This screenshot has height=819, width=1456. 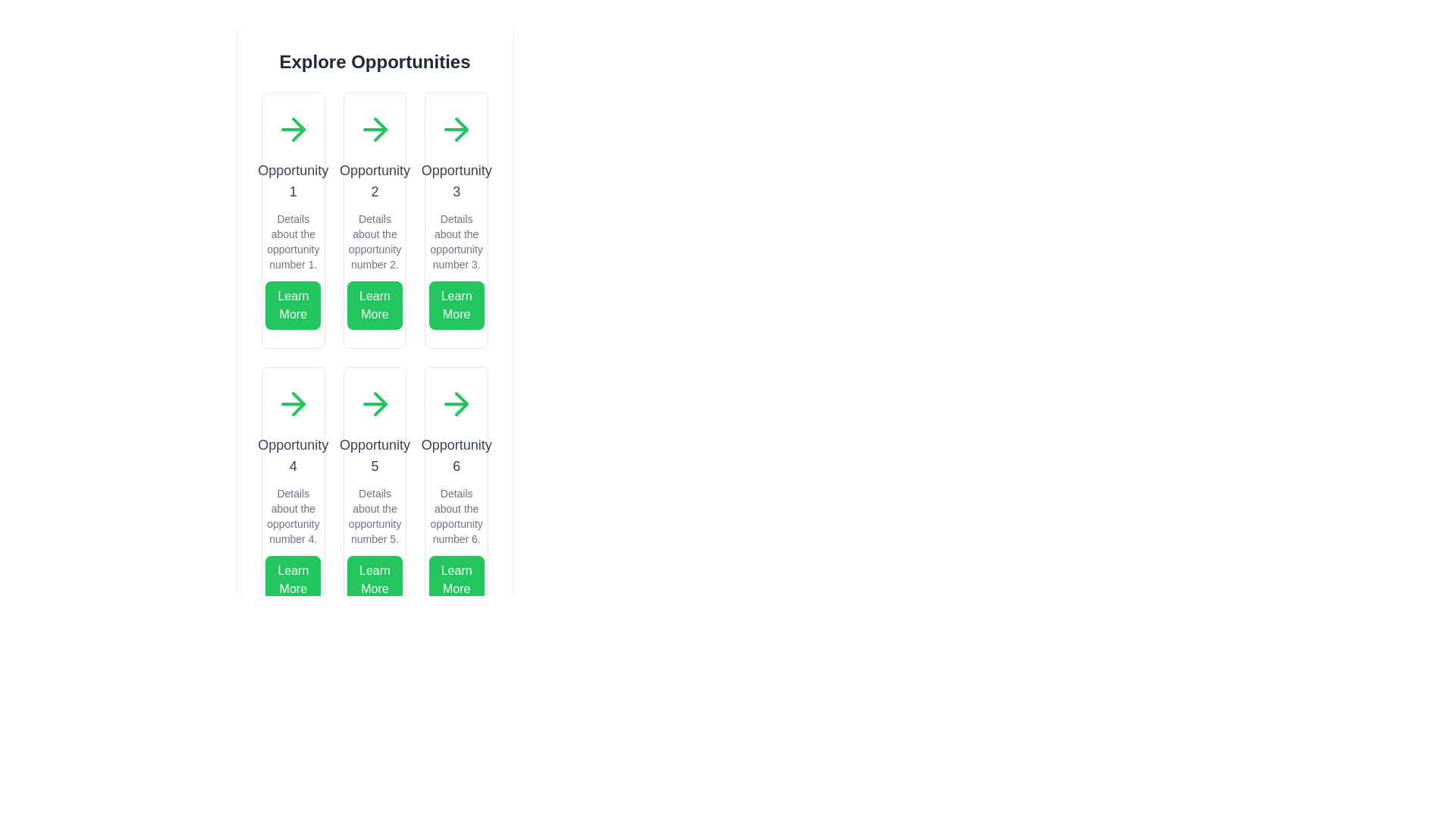 What do you see at coordinates (456, 494) in the screenshot?
I see `details presented in the Card about Opportunity 6, which is the last item in the grid structure, located in the third column of the second row` at bounding box center [456, 494].